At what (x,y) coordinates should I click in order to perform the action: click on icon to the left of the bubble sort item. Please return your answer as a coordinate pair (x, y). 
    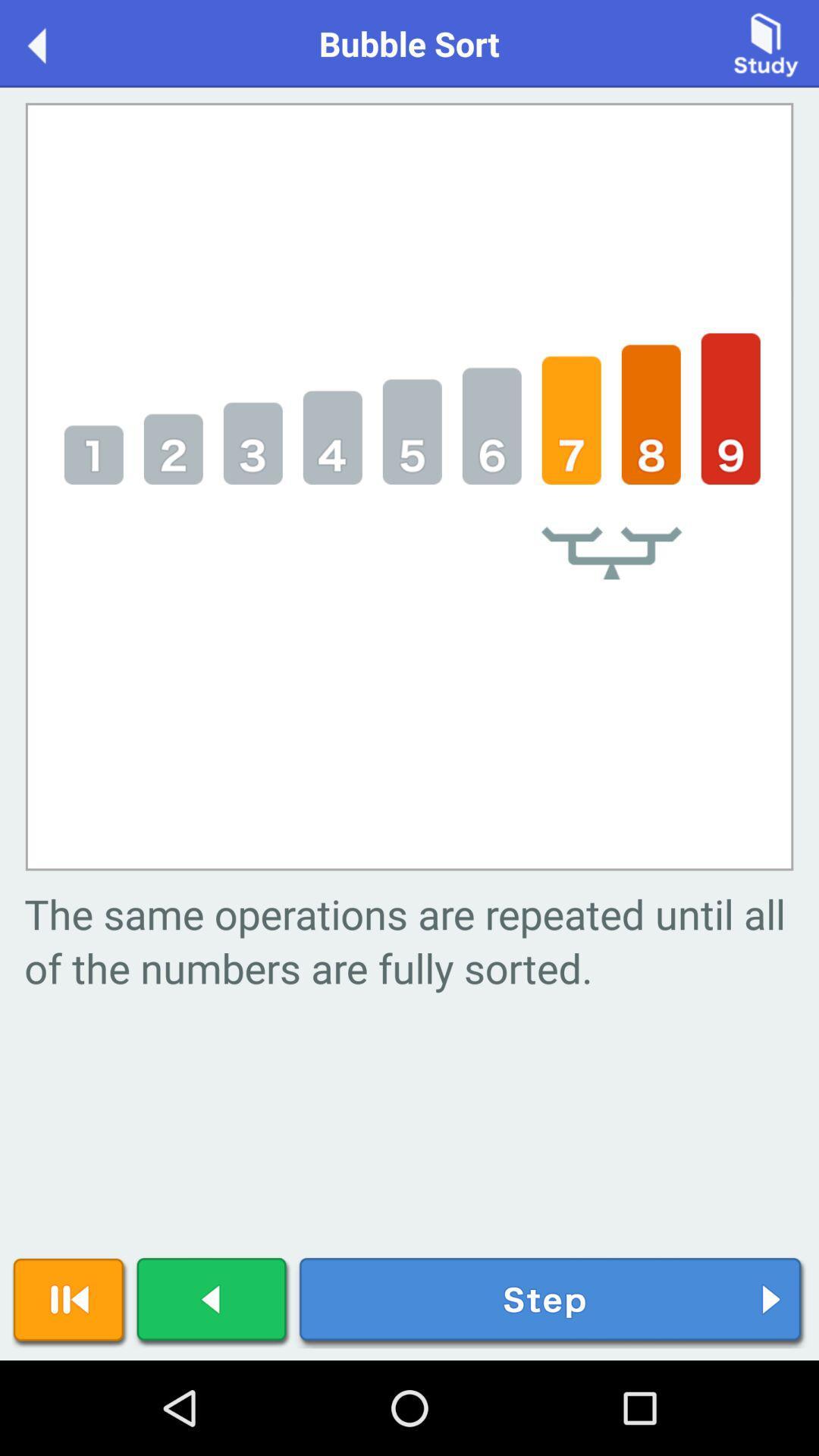
    Looking at the image, I should click on (52, 42).